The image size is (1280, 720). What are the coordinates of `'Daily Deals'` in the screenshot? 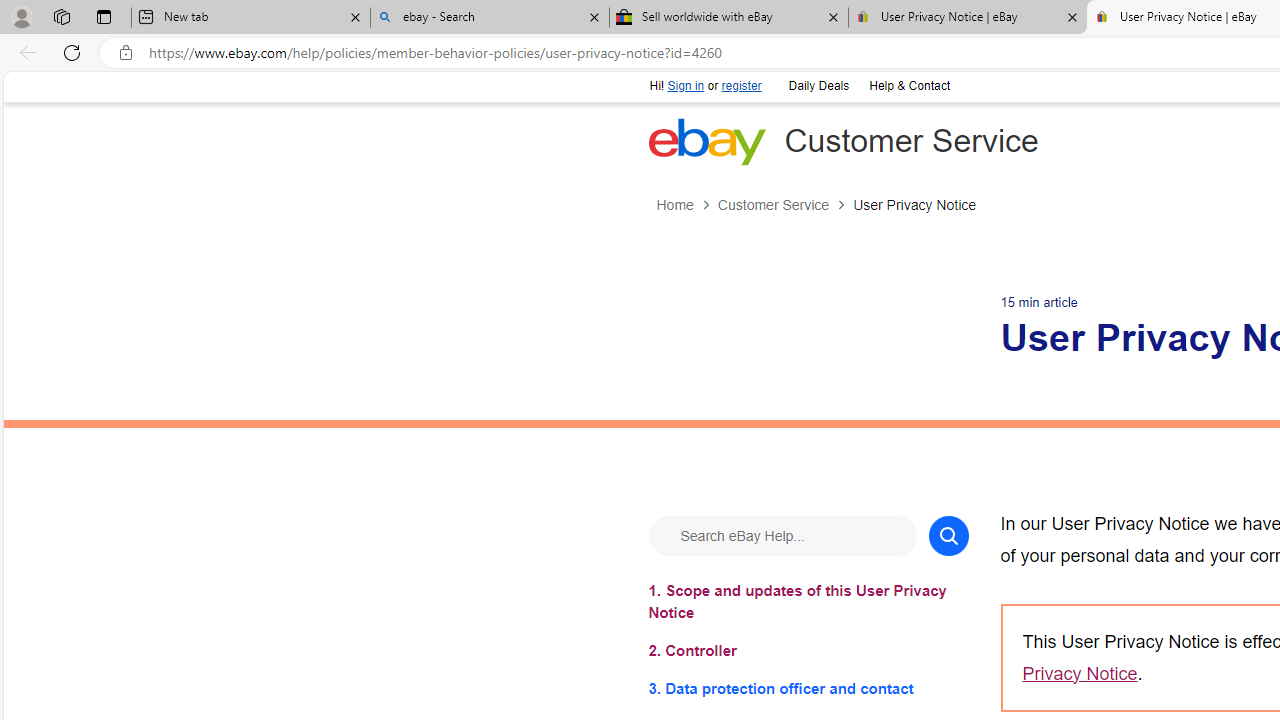 It's located at (819, 86).